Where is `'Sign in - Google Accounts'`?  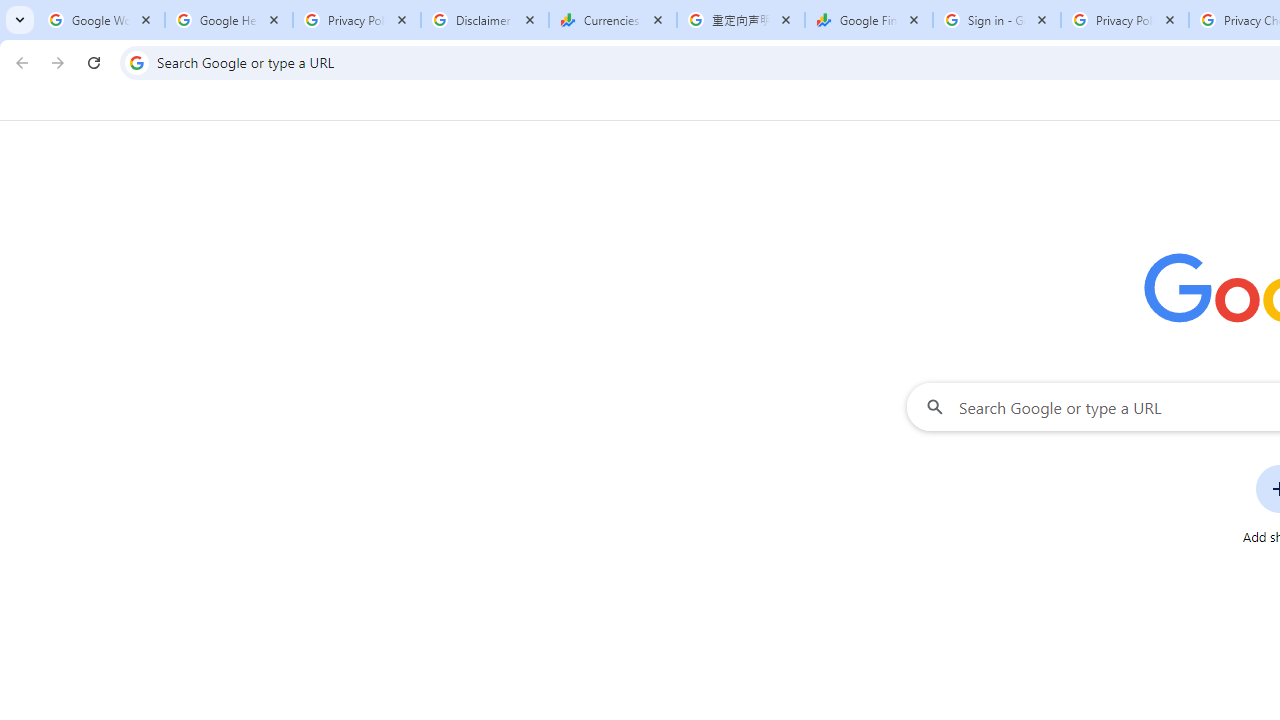 'Sign in - Google Accounts' is located at coordinates (997, 20).